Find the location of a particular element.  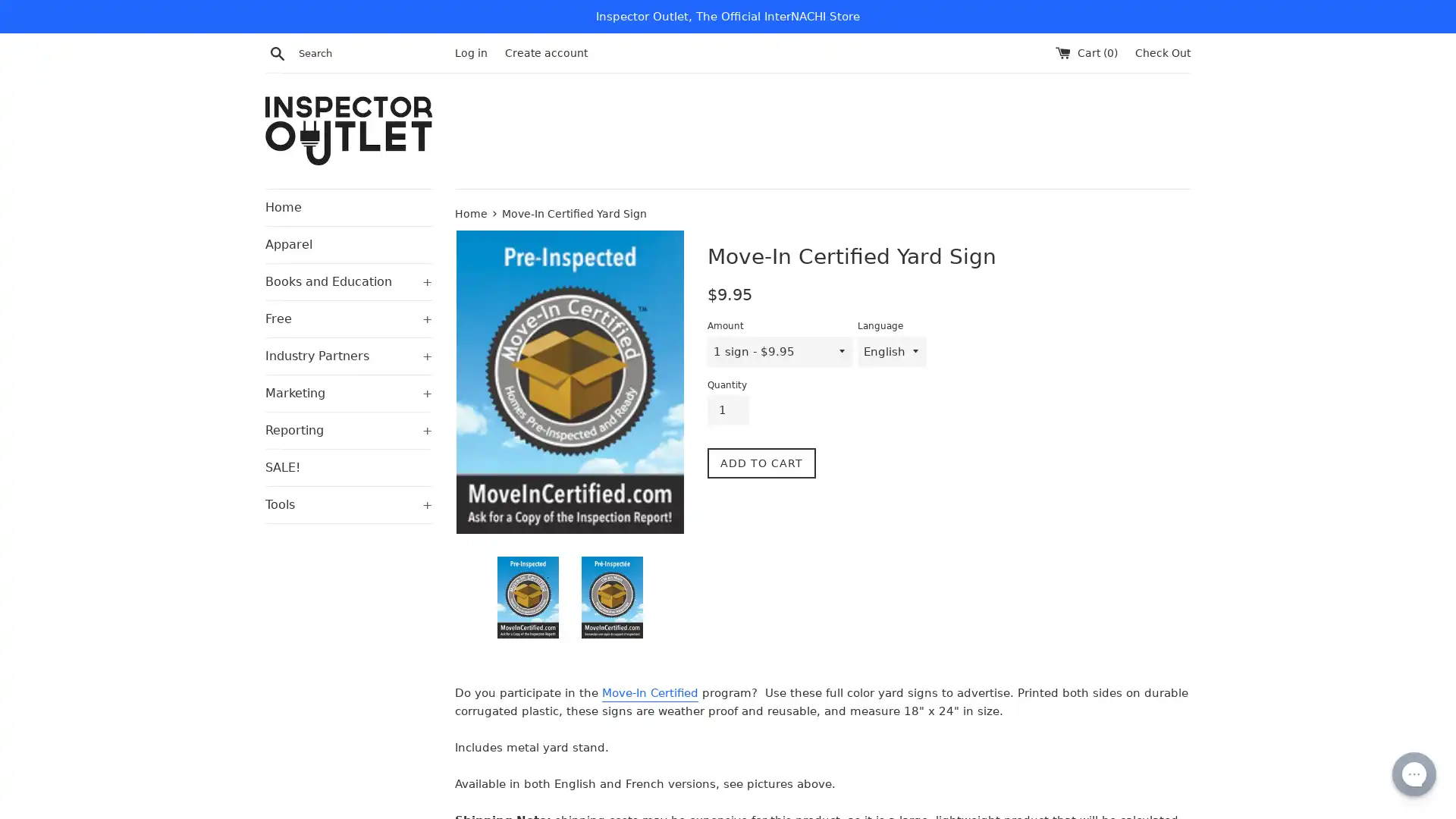

Marketing + is located at coordinates (348, 391).